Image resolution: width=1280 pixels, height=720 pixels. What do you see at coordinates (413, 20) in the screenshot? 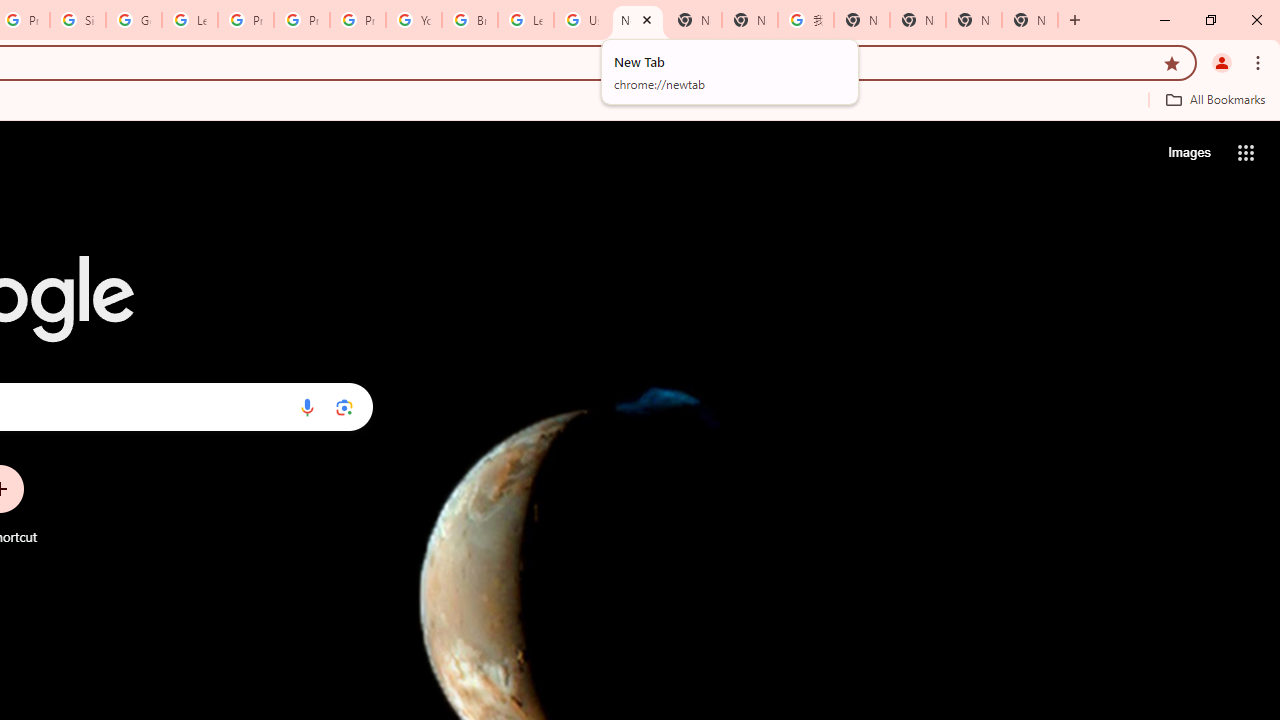
I see `'YouTube'` at bounding box center [413, 20].